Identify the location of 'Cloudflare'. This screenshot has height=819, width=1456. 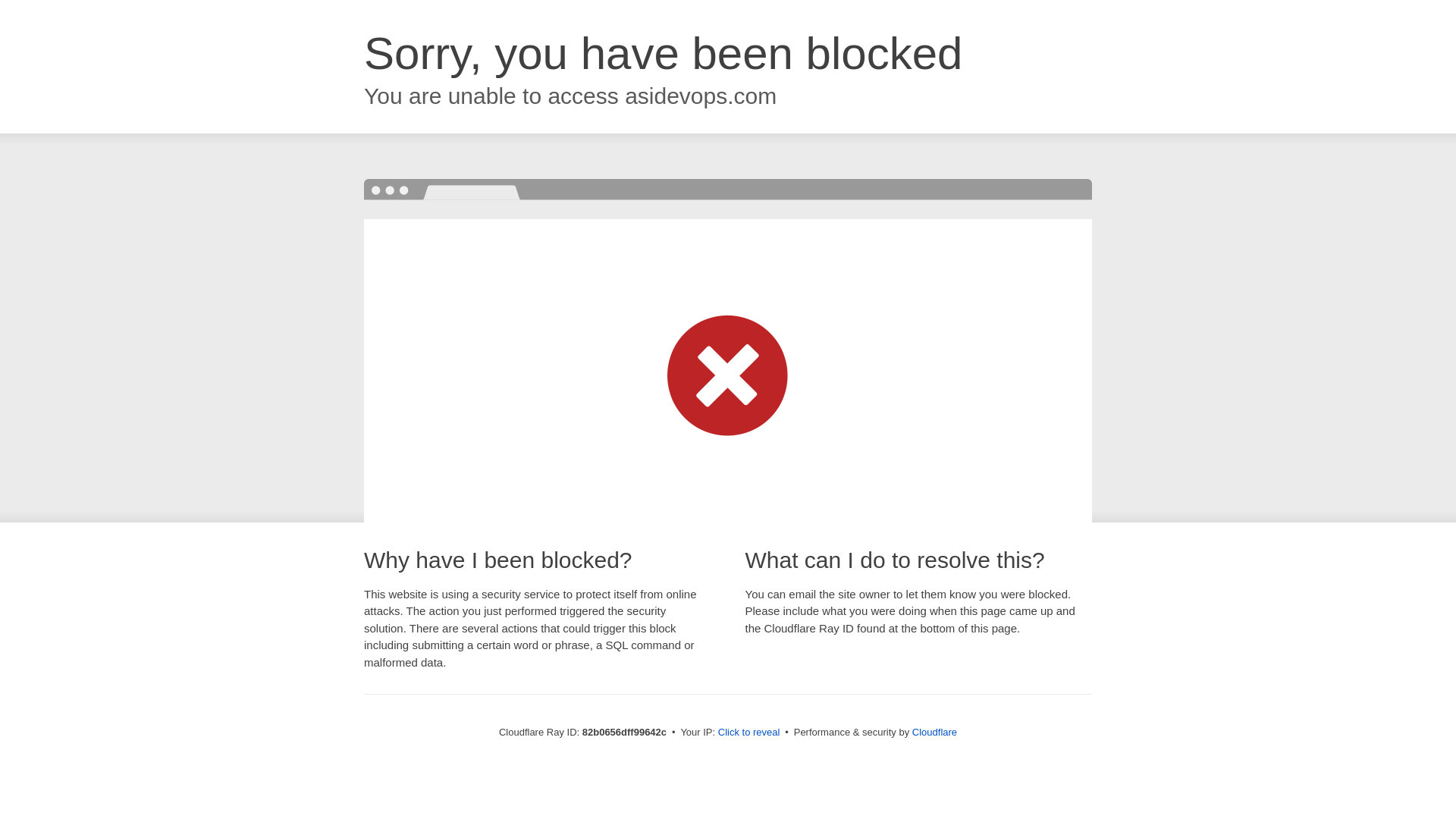
(934, 731).